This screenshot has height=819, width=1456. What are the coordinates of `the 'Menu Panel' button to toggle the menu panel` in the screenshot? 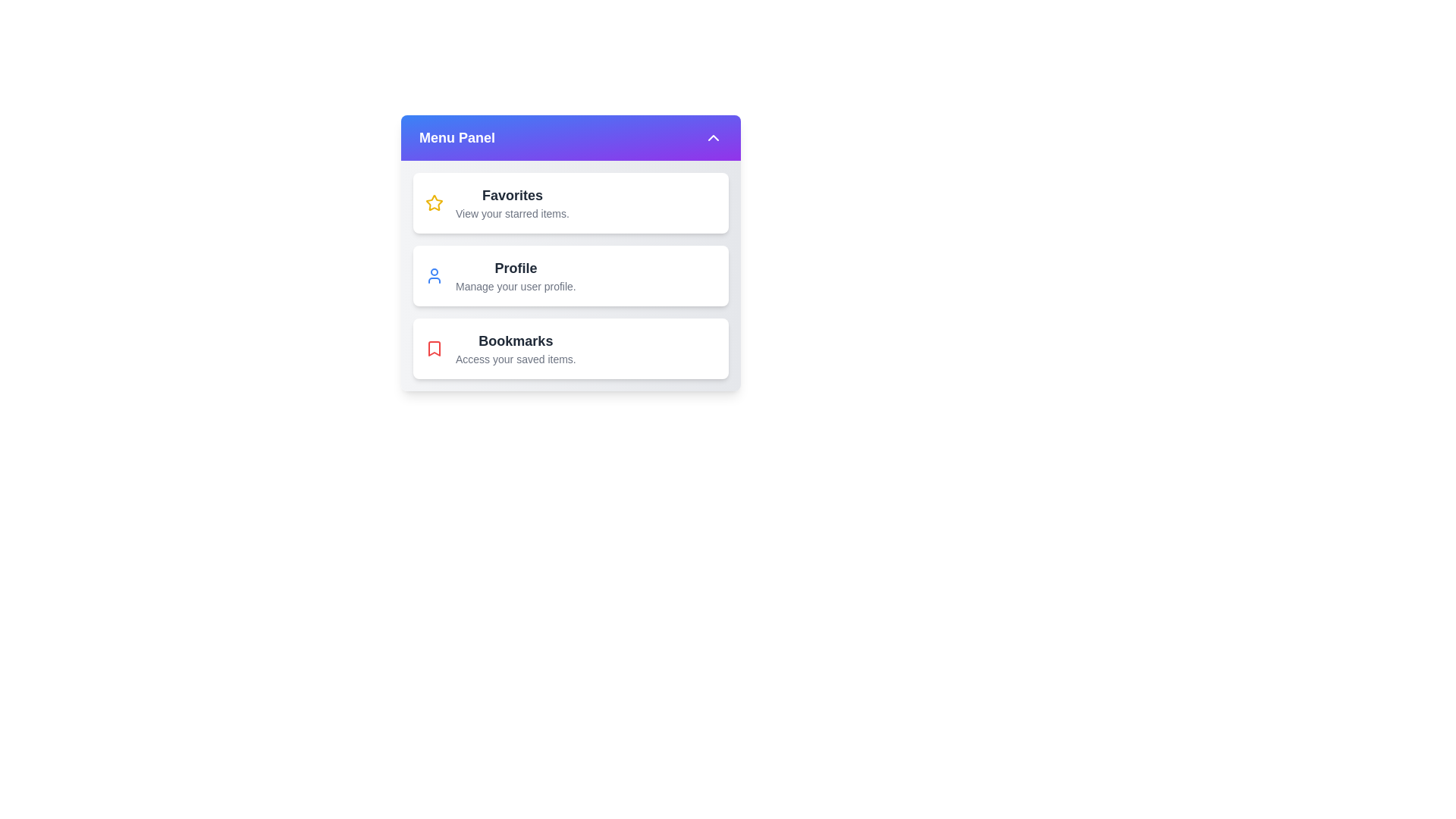 It's located at (570, 137).